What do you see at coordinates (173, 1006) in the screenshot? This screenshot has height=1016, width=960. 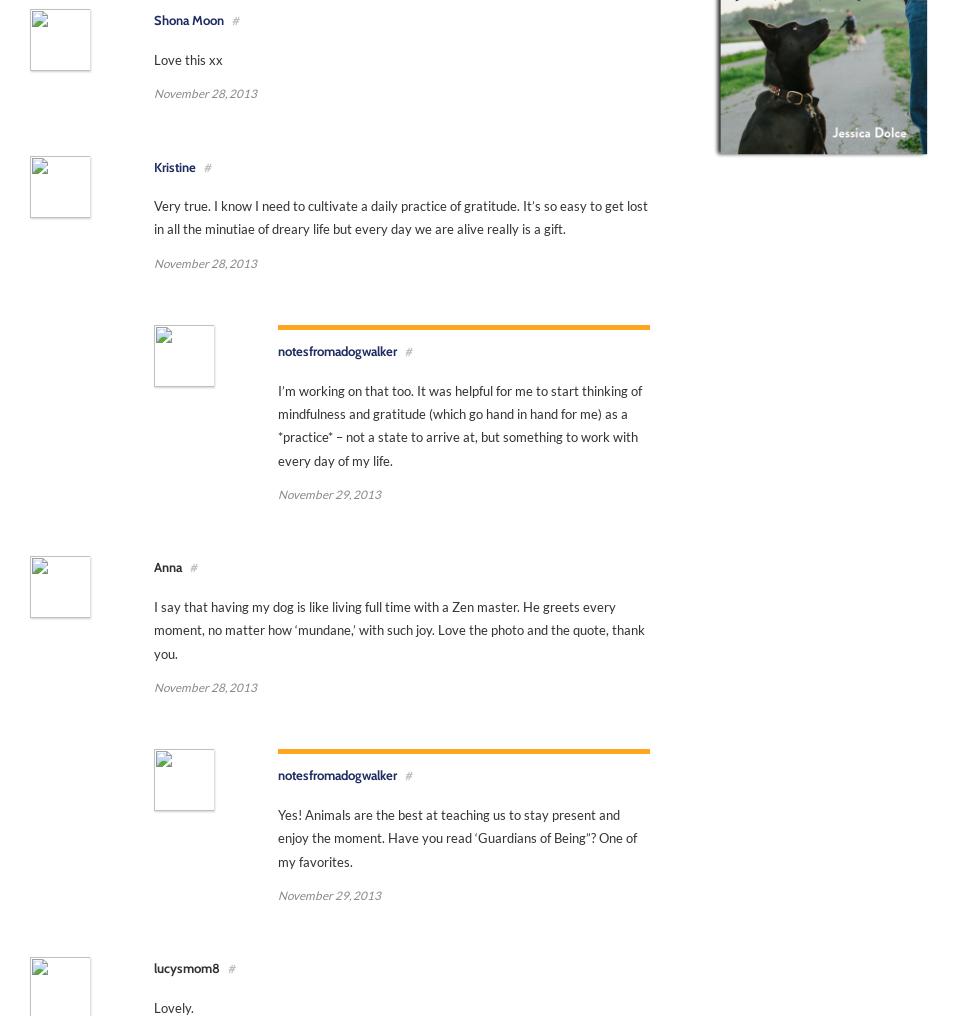 I see `'Lovely.'` at bounding box center [173, 1006].